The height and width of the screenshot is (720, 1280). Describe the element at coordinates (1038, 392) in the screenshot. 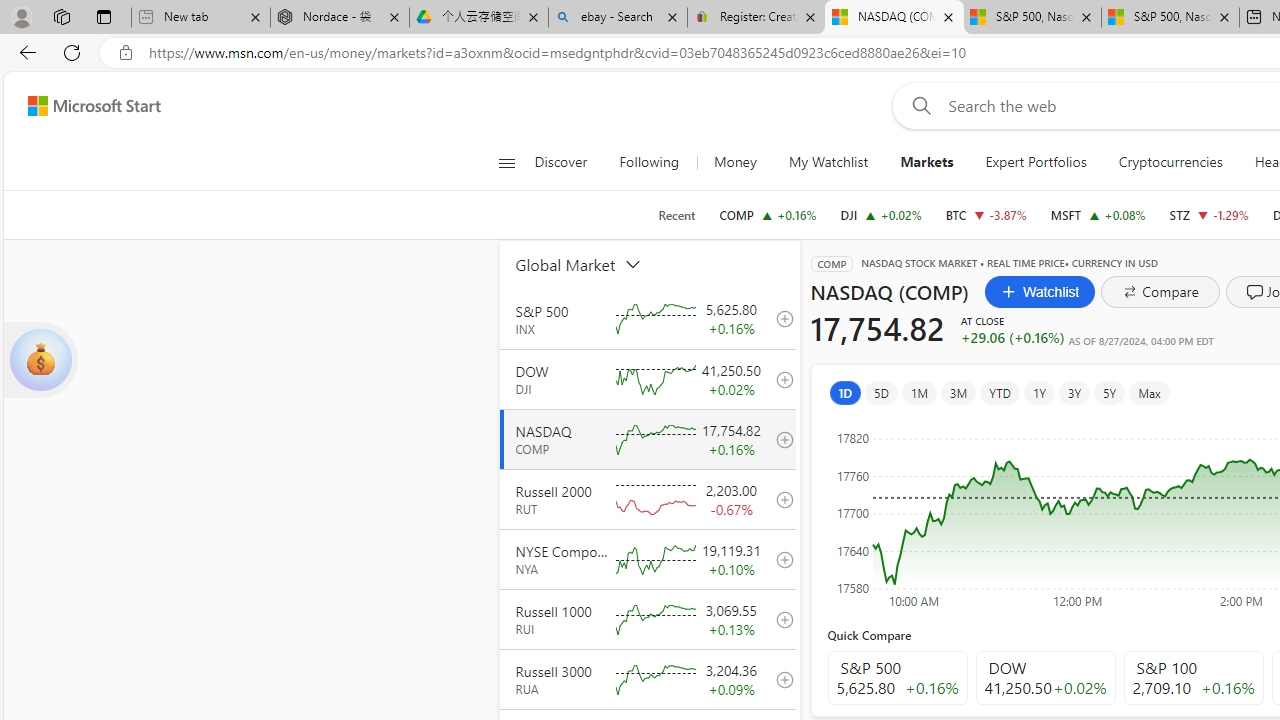

I see `'1Y'` at that location.